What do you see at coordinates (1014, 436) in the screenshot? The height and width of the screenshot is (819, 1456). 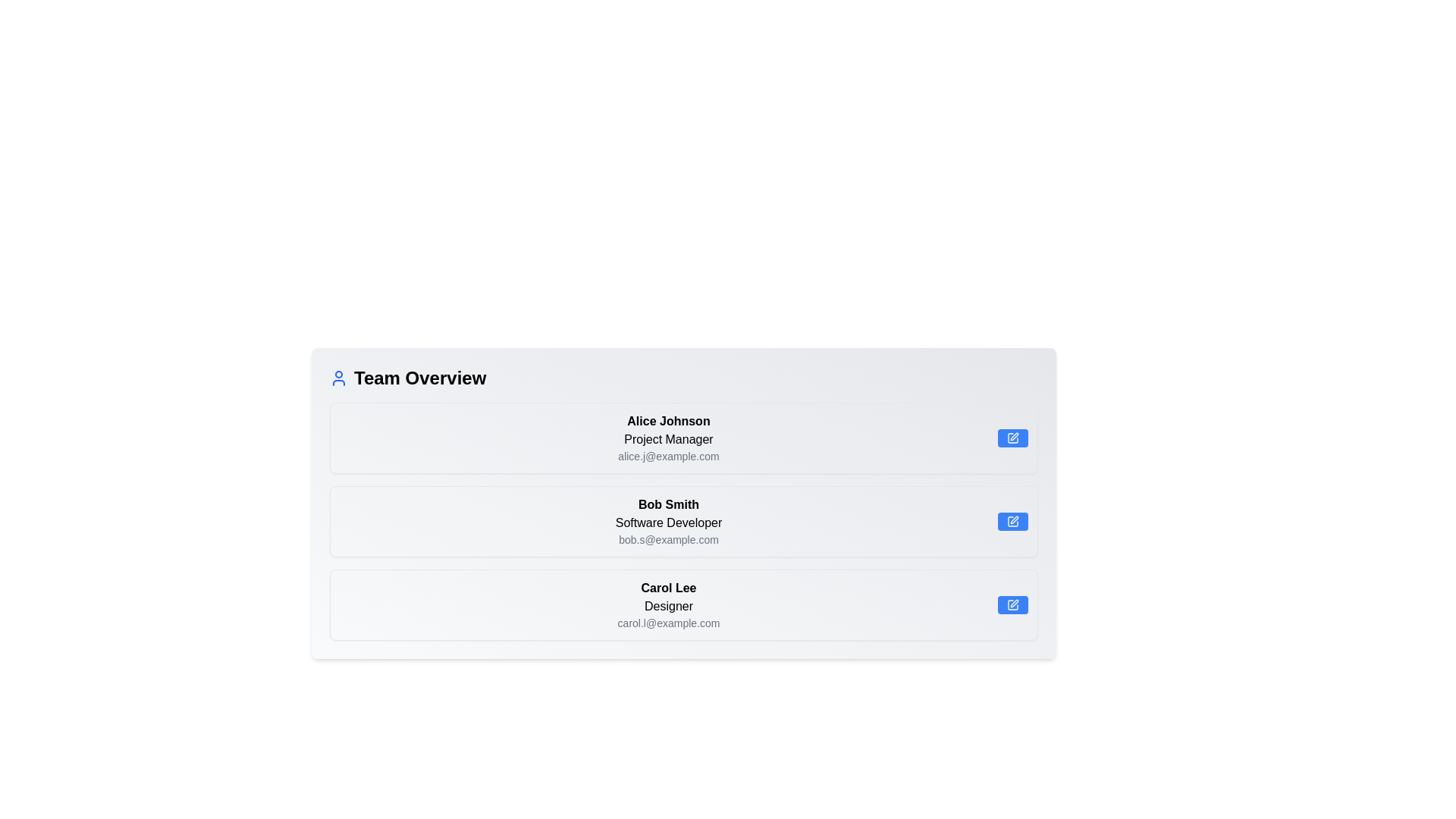 I see `the pen-shaped icon button located to the far right of 'Alice Johnson's' profile line` at bounding box center [1014, 436].